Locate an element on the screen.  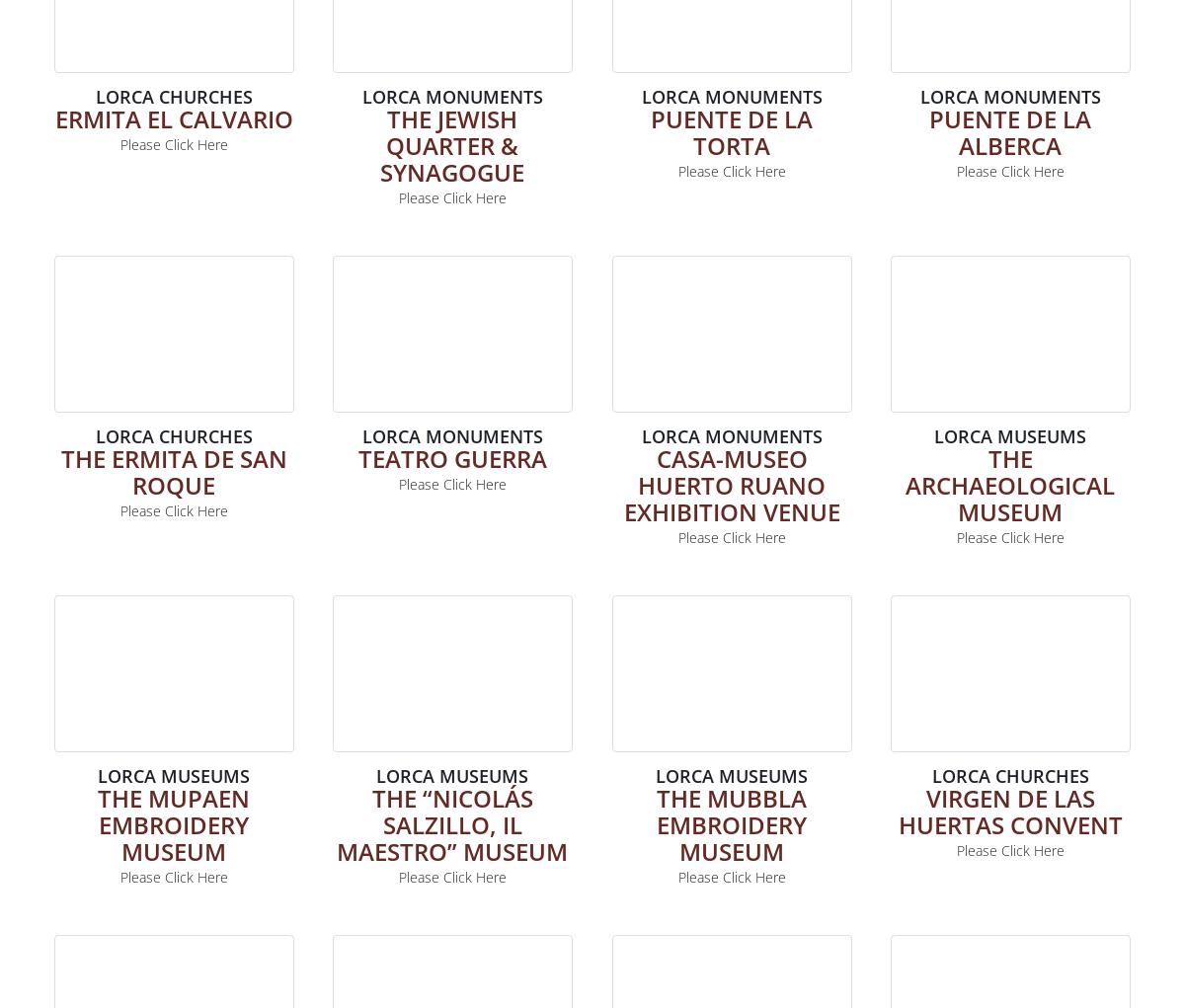
'Casa-Museo Huerto Ruano exhibition venue' is located at coordinates (731, 483).